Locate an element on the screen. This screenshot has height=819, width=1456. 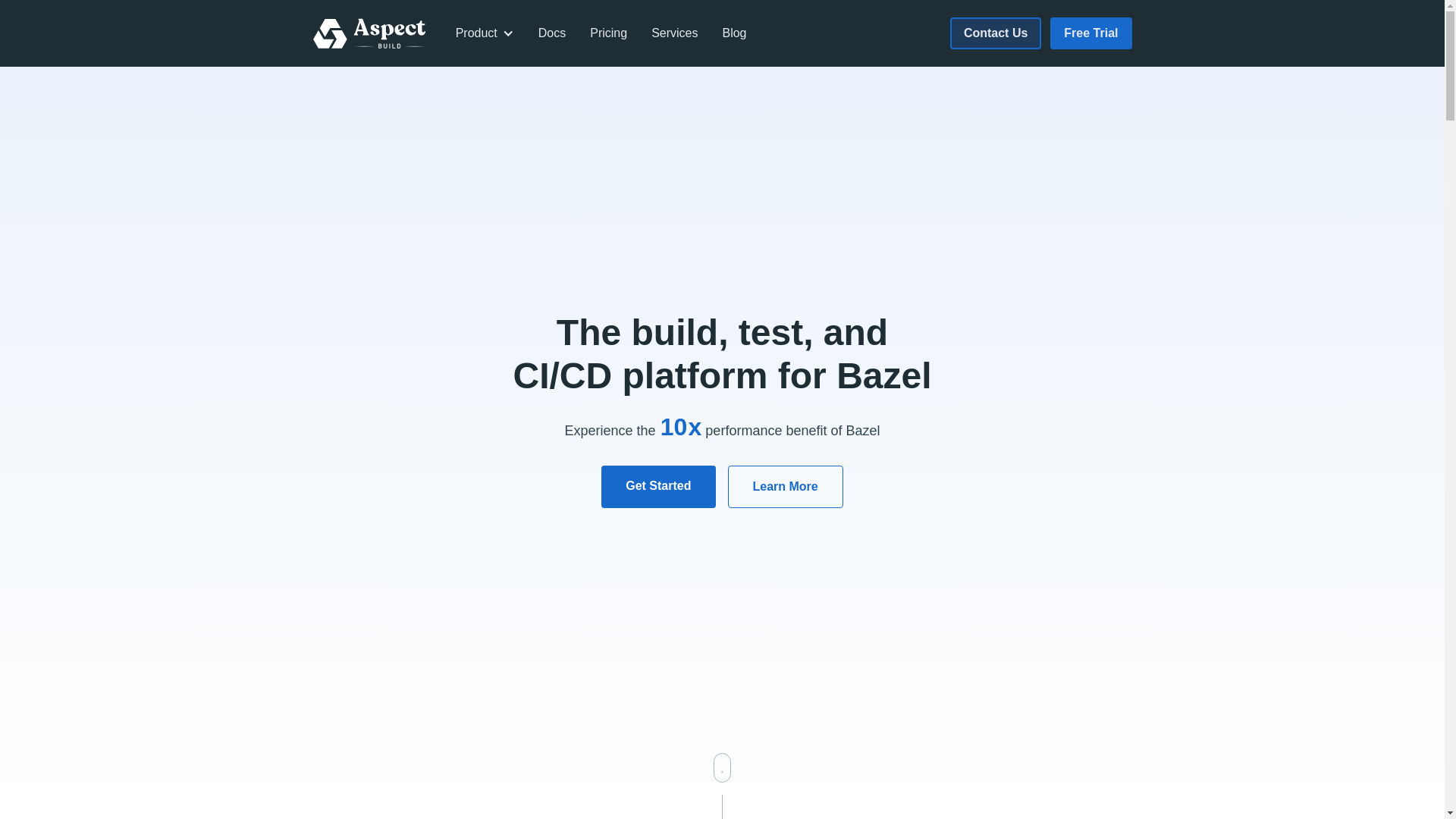
'Blog' is located at coordinates (734, 33).